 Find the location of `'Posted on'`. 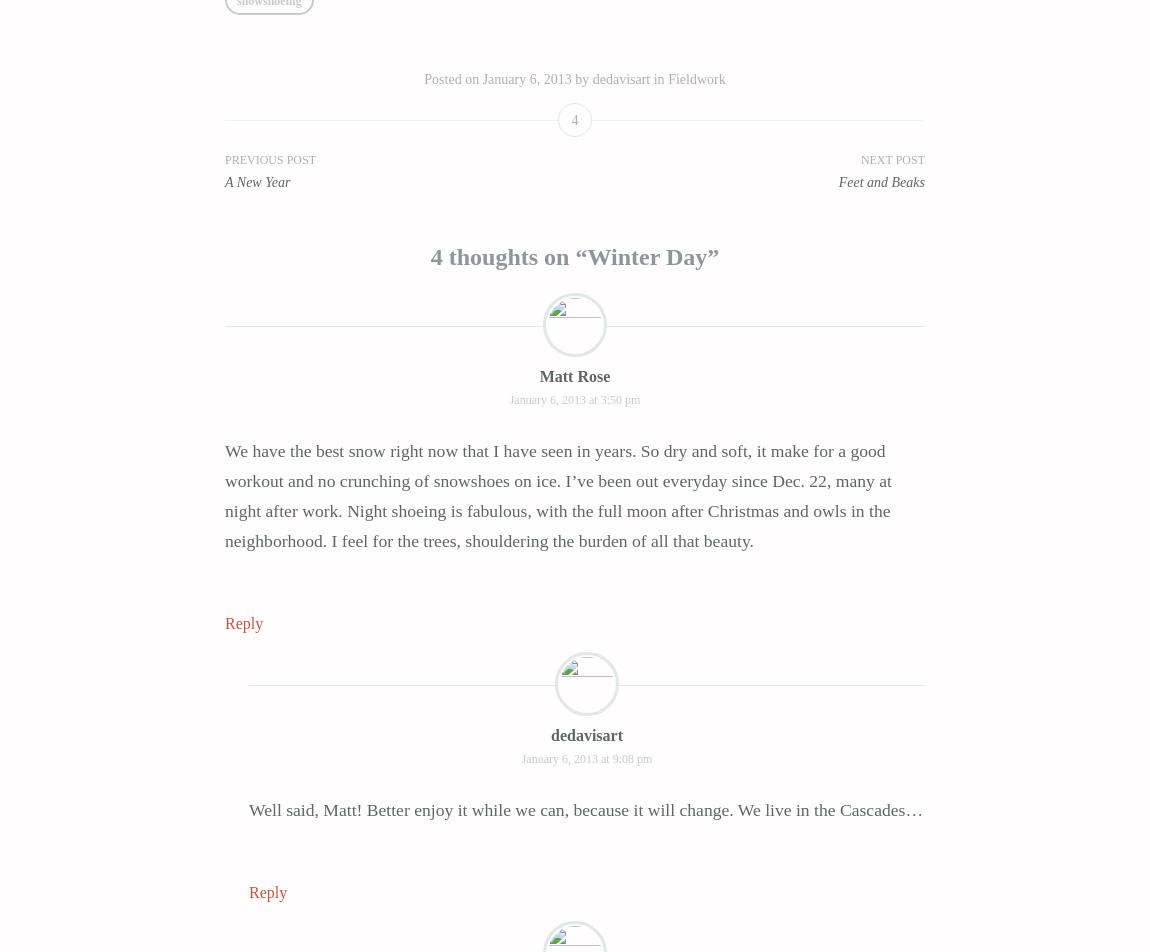

'Posted on' is located at coordinates (424, 78).